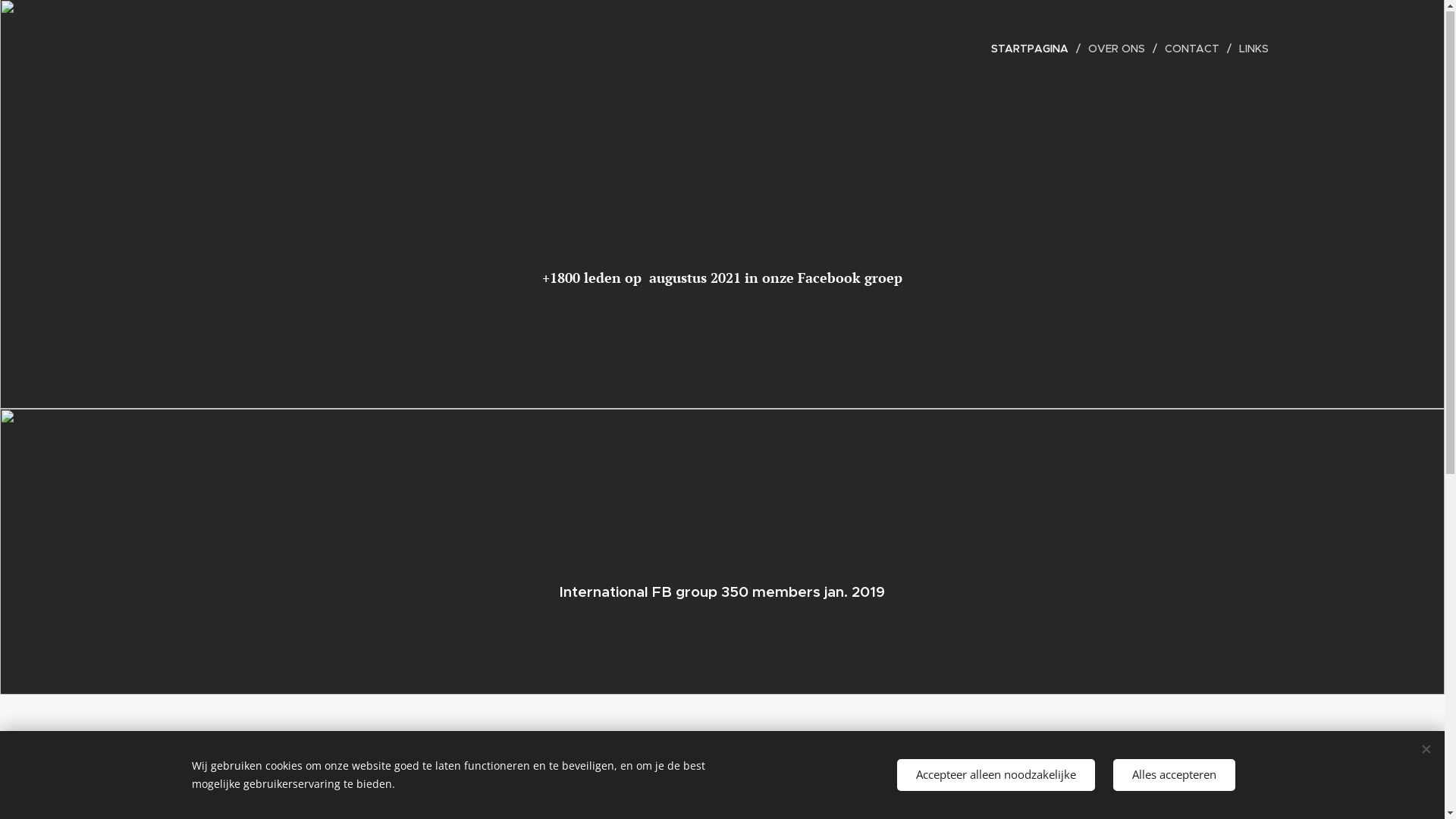 The image size is (1456, 819). Describe the element at coordinates (1033, 49) in the screenshot. I see `'STARTPAGINA'` at that location.